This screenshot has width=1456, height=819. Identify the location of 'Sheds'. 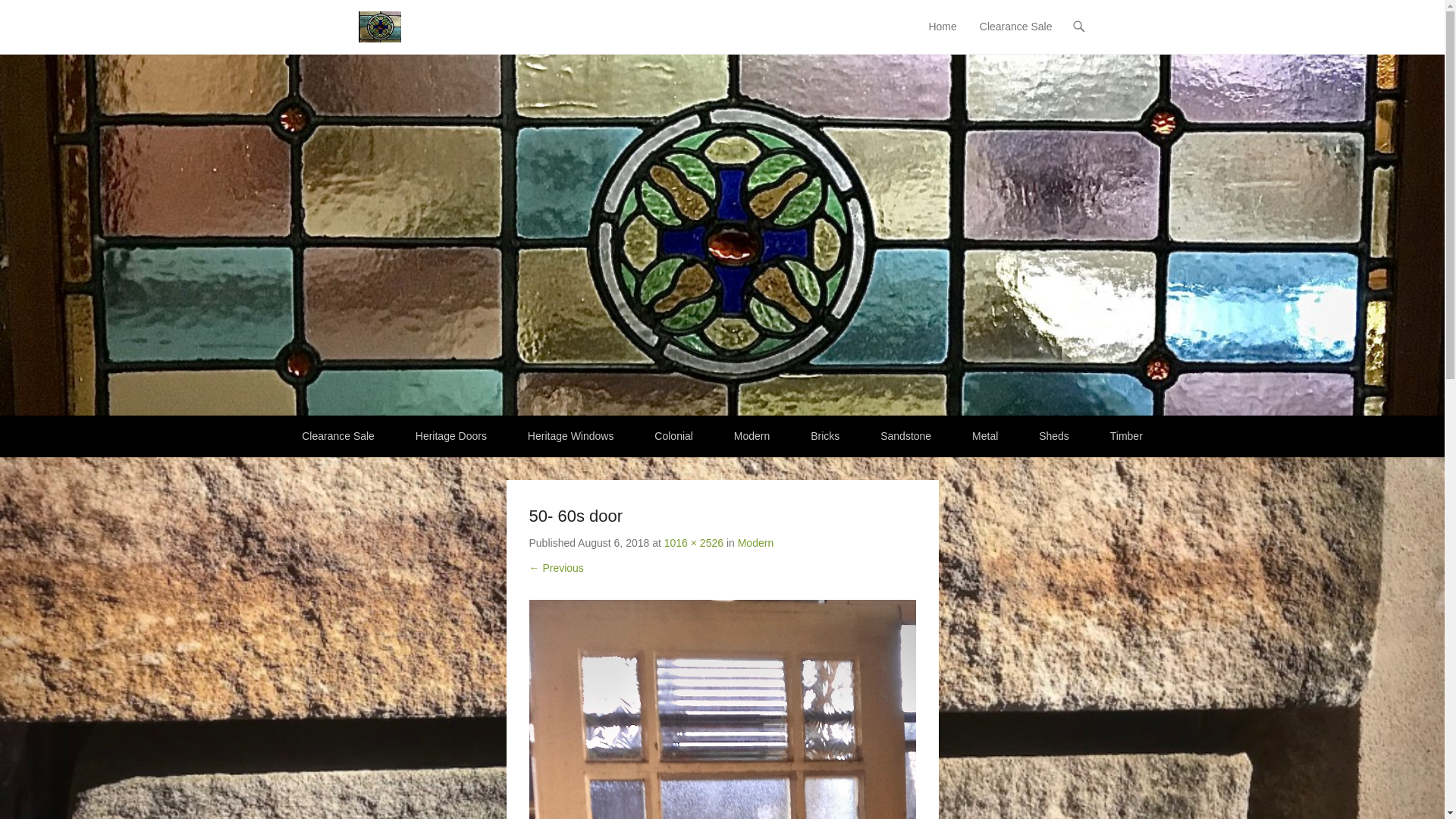
(1053, 436).